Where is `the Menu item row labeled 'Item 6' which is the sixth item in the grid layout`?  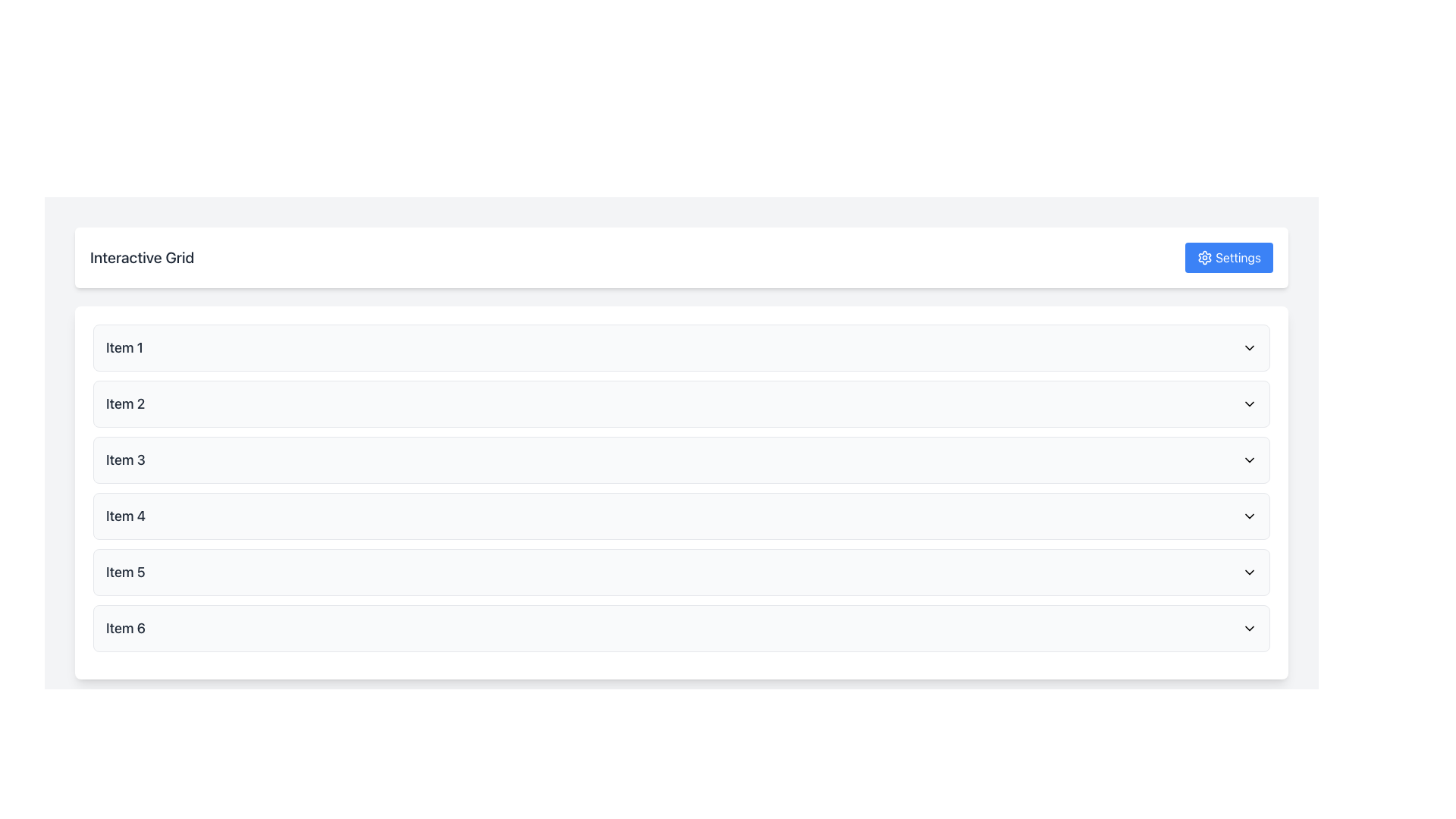 the Menu item row labeled 'Item 6' which is the sixth item in the grid layout is located at coordinates (680, 629).